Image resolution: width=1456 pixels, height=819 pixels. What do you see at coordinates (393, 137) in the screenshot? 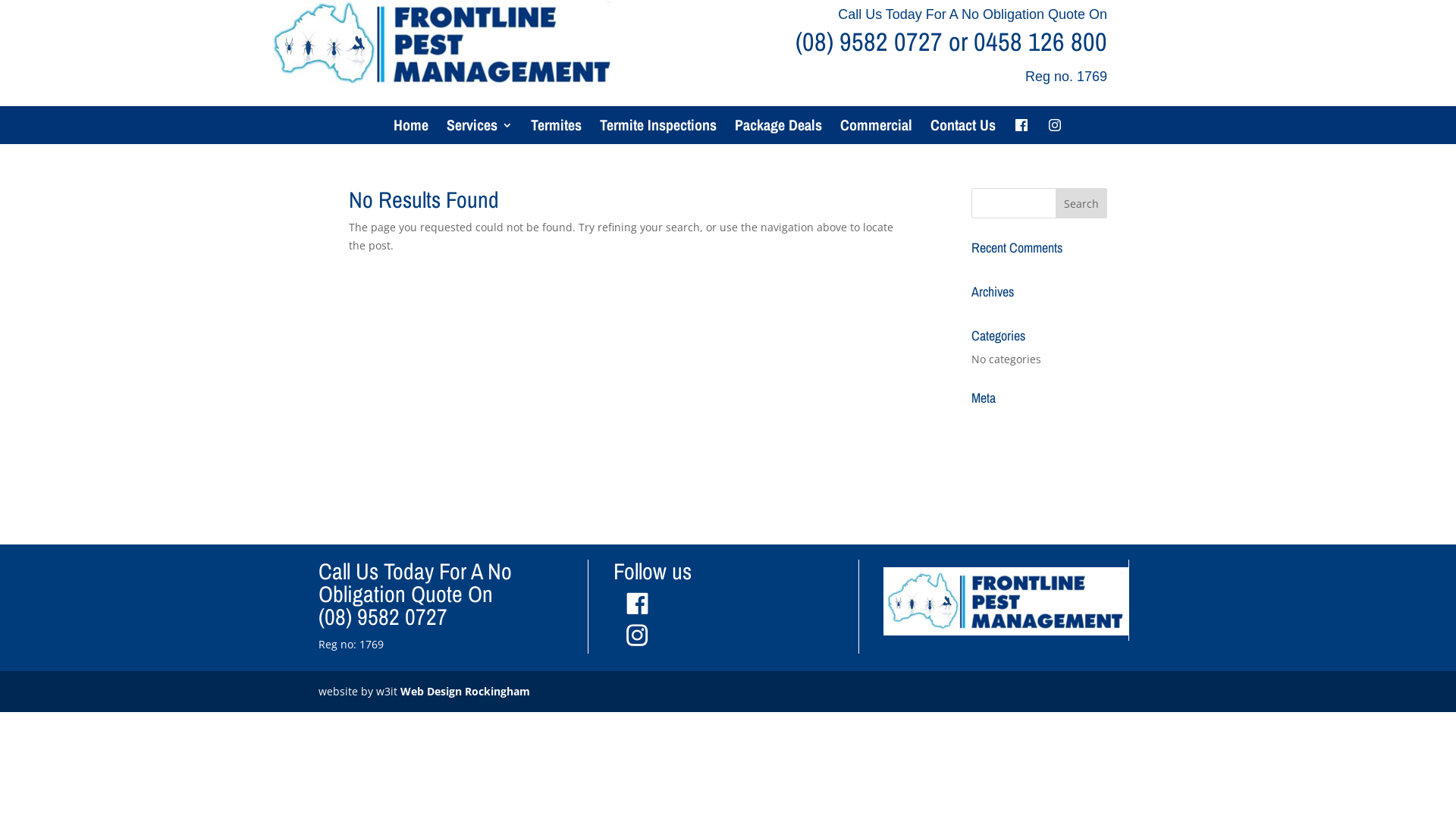
I see `'Home'` at bounding box center [393, 137].